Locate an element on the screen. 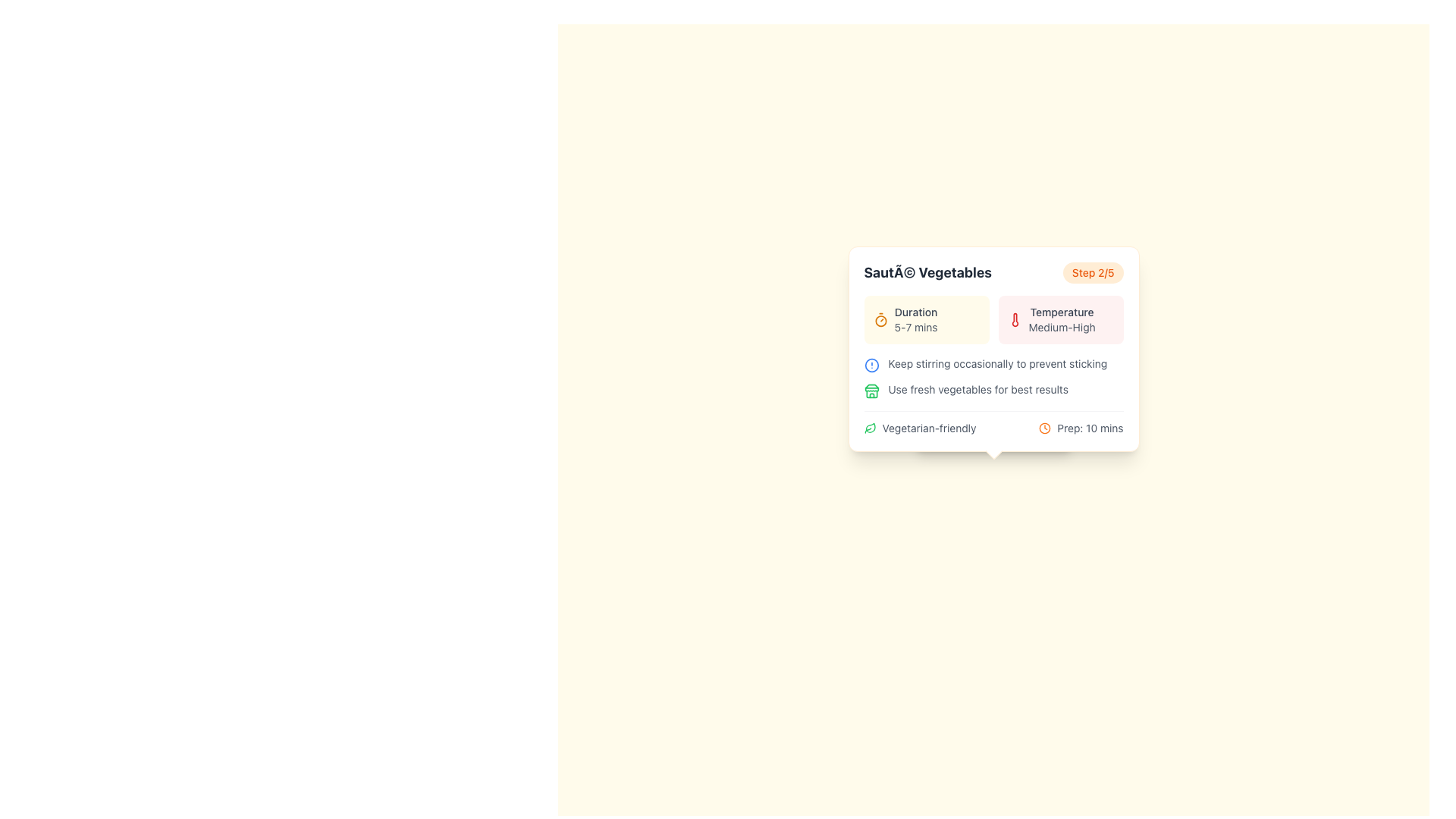 This screenshot has height=819, width=1456. the composite information display at the bottom section of the card that shows 'Vegetarian-friendly' and 'Prep: 10 mins' is located at coordinates (993, 423).